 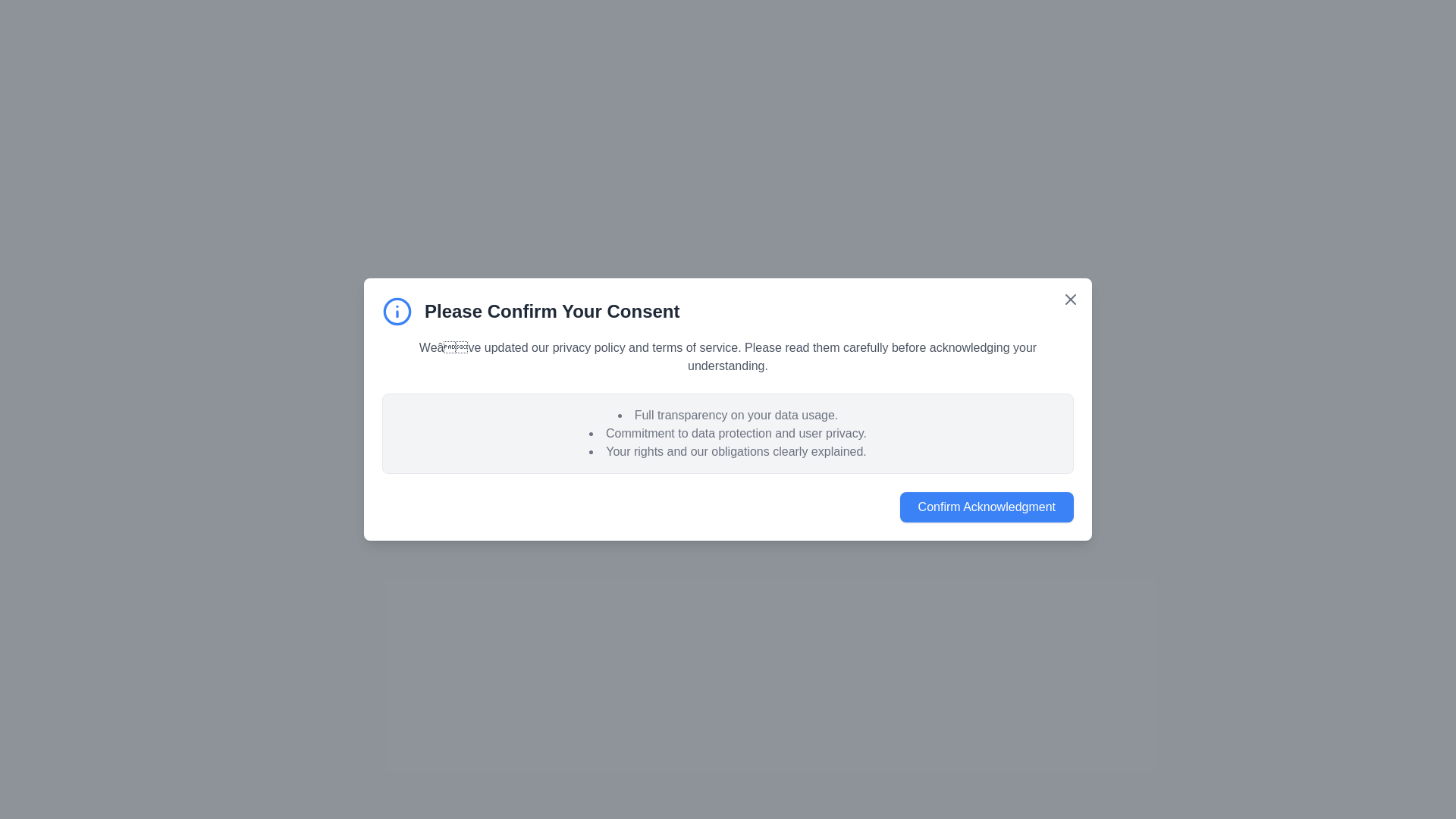 What do you see at coordinates (986, 507) in the screenshot?
I see `'Confirm Acknowledgment' button` at bounding box center [986, 507].